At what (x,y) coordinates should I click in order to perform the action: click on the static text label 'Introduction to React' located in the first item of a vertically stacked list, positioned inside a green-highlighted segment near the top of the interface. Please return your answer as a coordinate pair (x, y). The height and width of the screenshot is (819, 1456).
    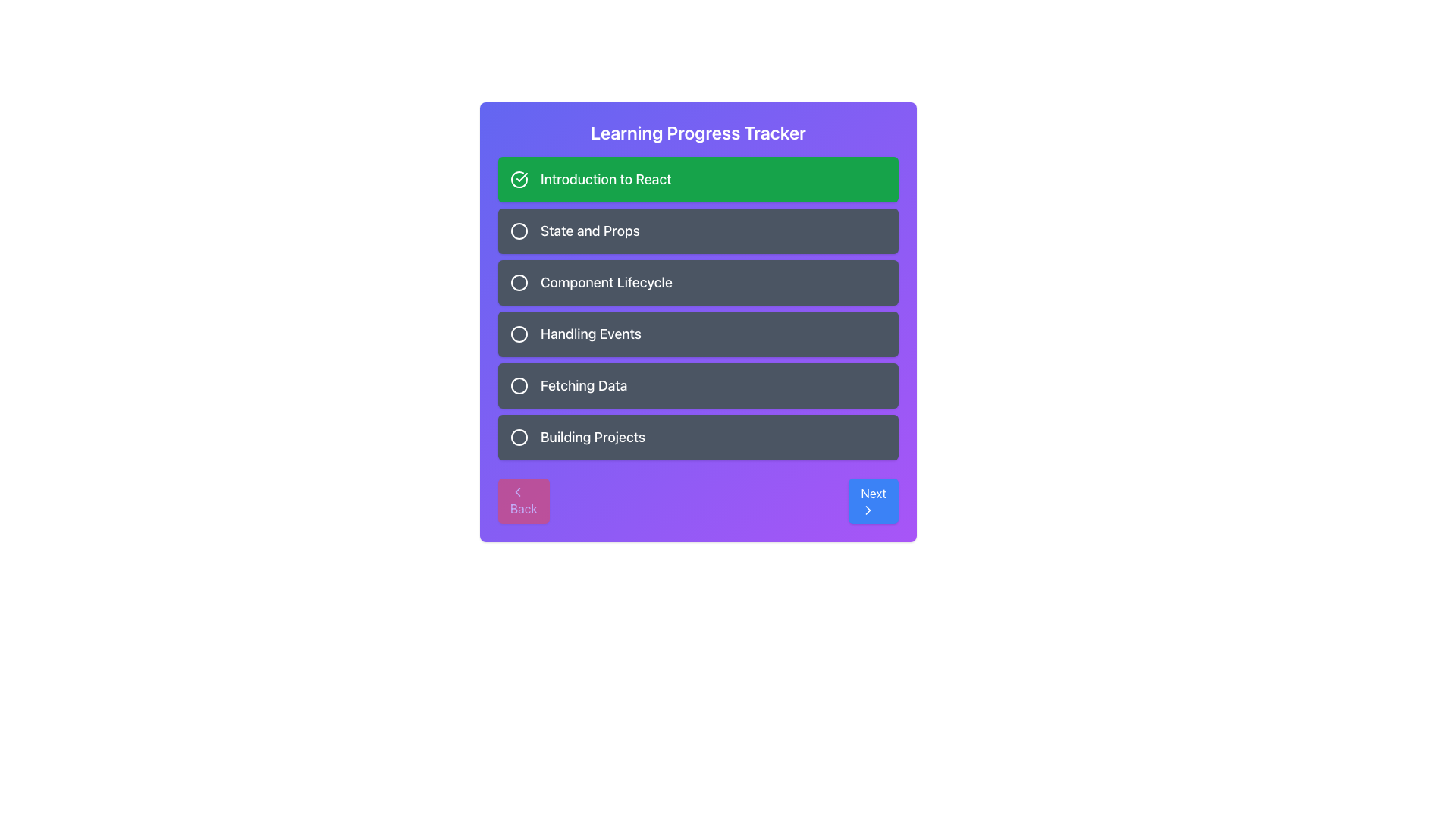
    Looking at the image, I should click on (605, 178).